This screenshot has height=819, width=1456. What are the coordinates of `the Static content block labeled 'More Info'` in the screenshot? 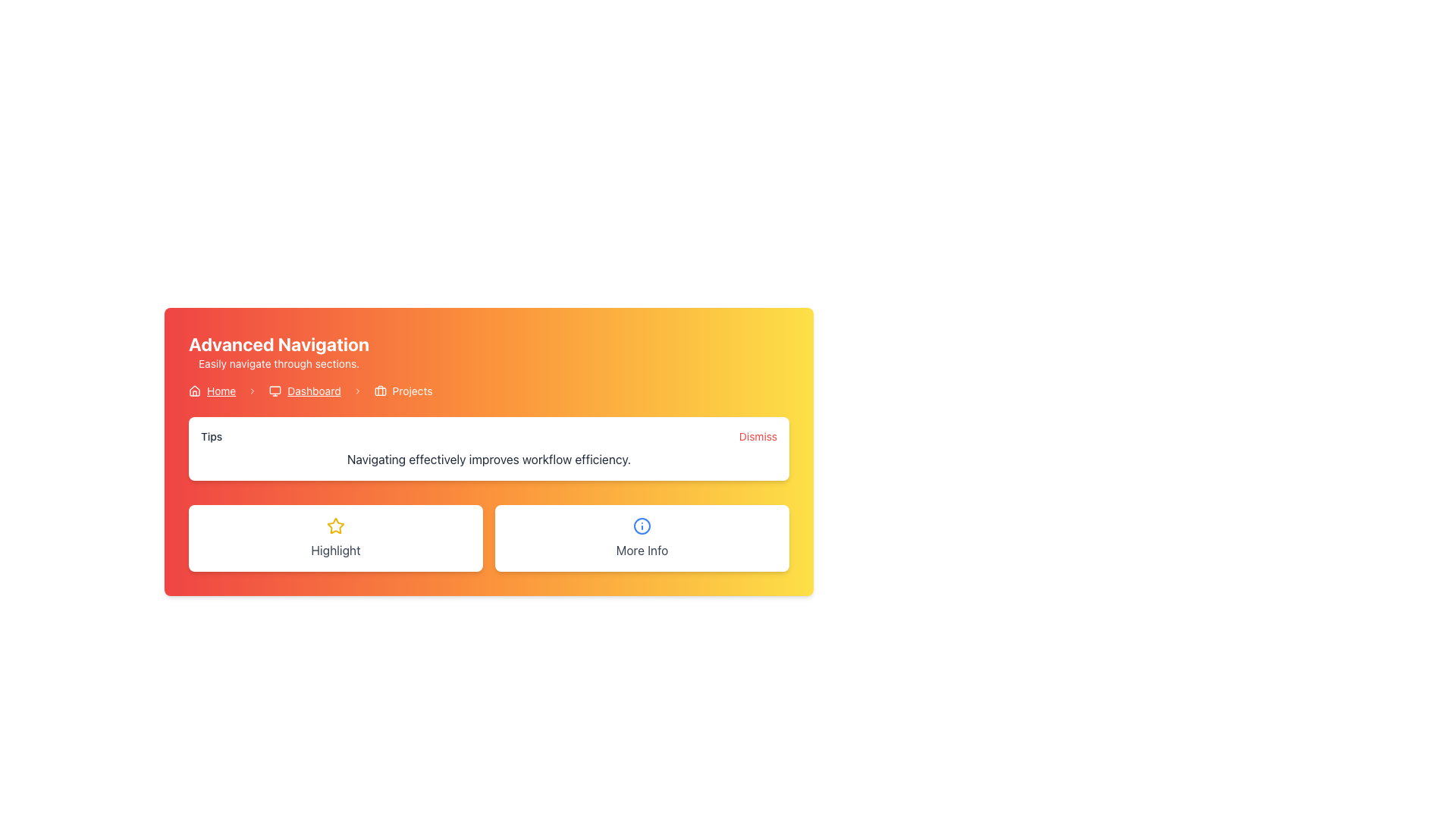 It's located at (642, 537).